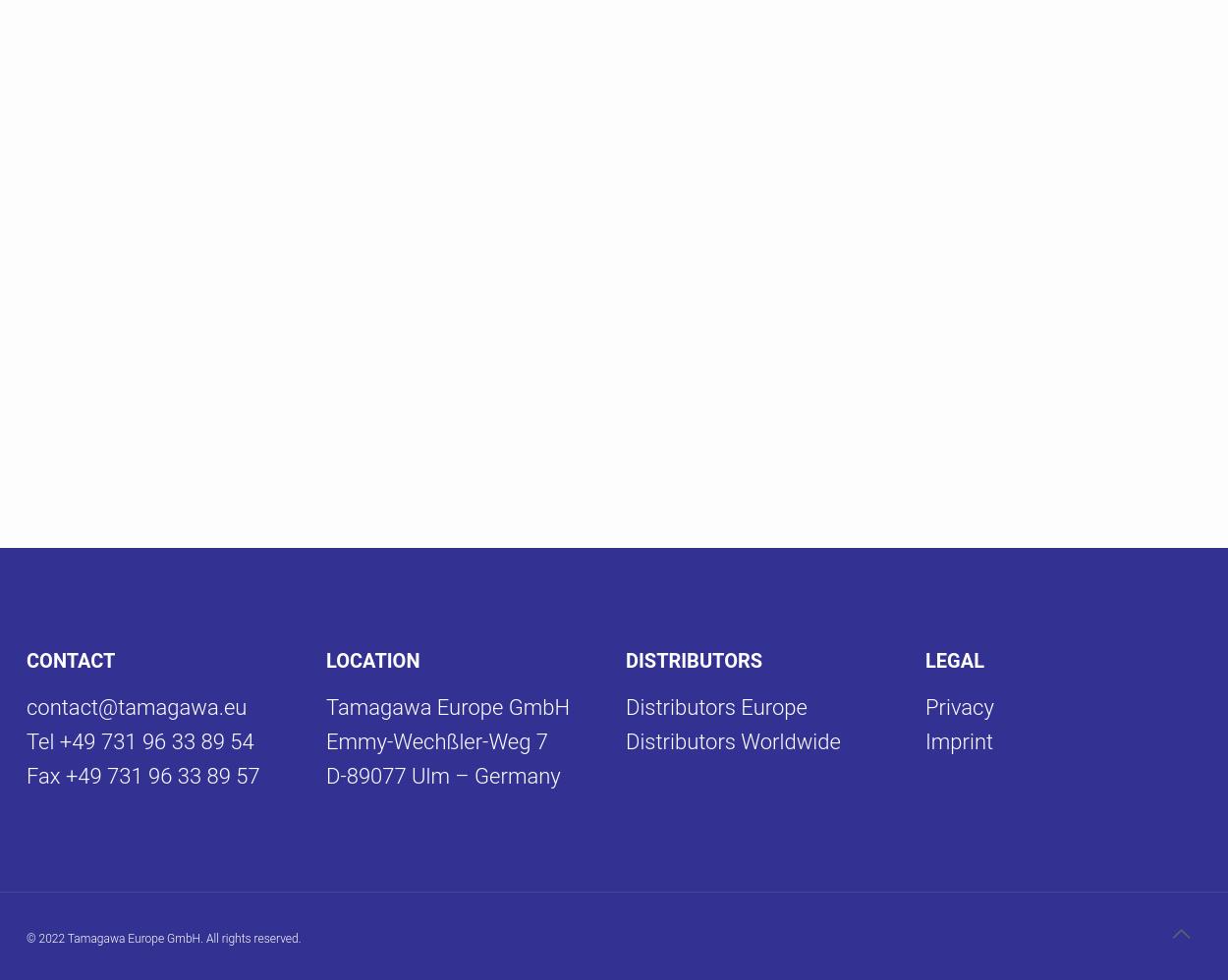 Image resolution: width=1228 pixels, height=980 pixels. What do you see at coordinates (446, 707) in the screenshot?
I see `'Tamagawa Europe GmbH'` at bounding box center [446, 707].